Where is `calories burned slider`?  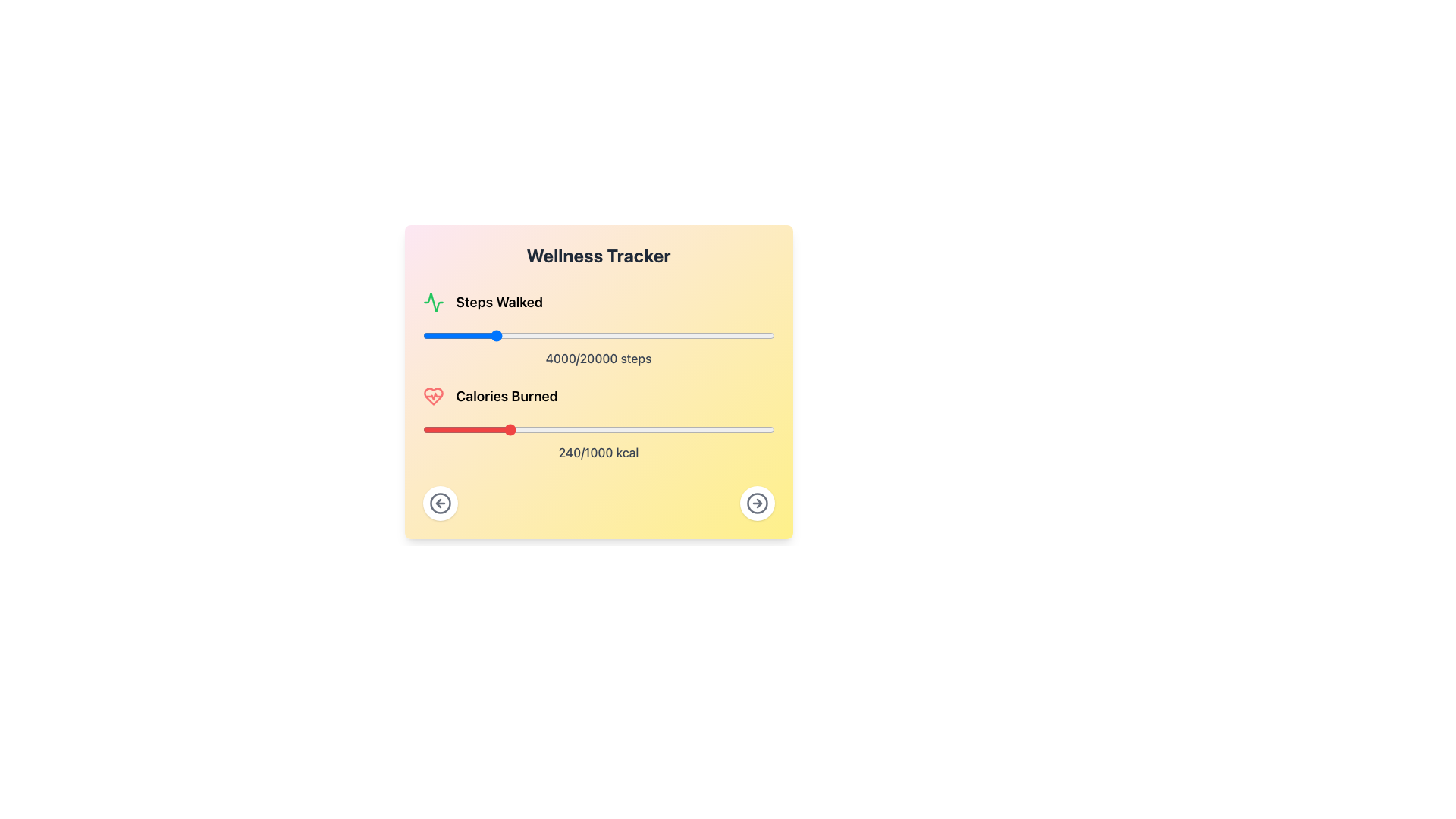 calories burned slider is located at coordinates (510, 430).